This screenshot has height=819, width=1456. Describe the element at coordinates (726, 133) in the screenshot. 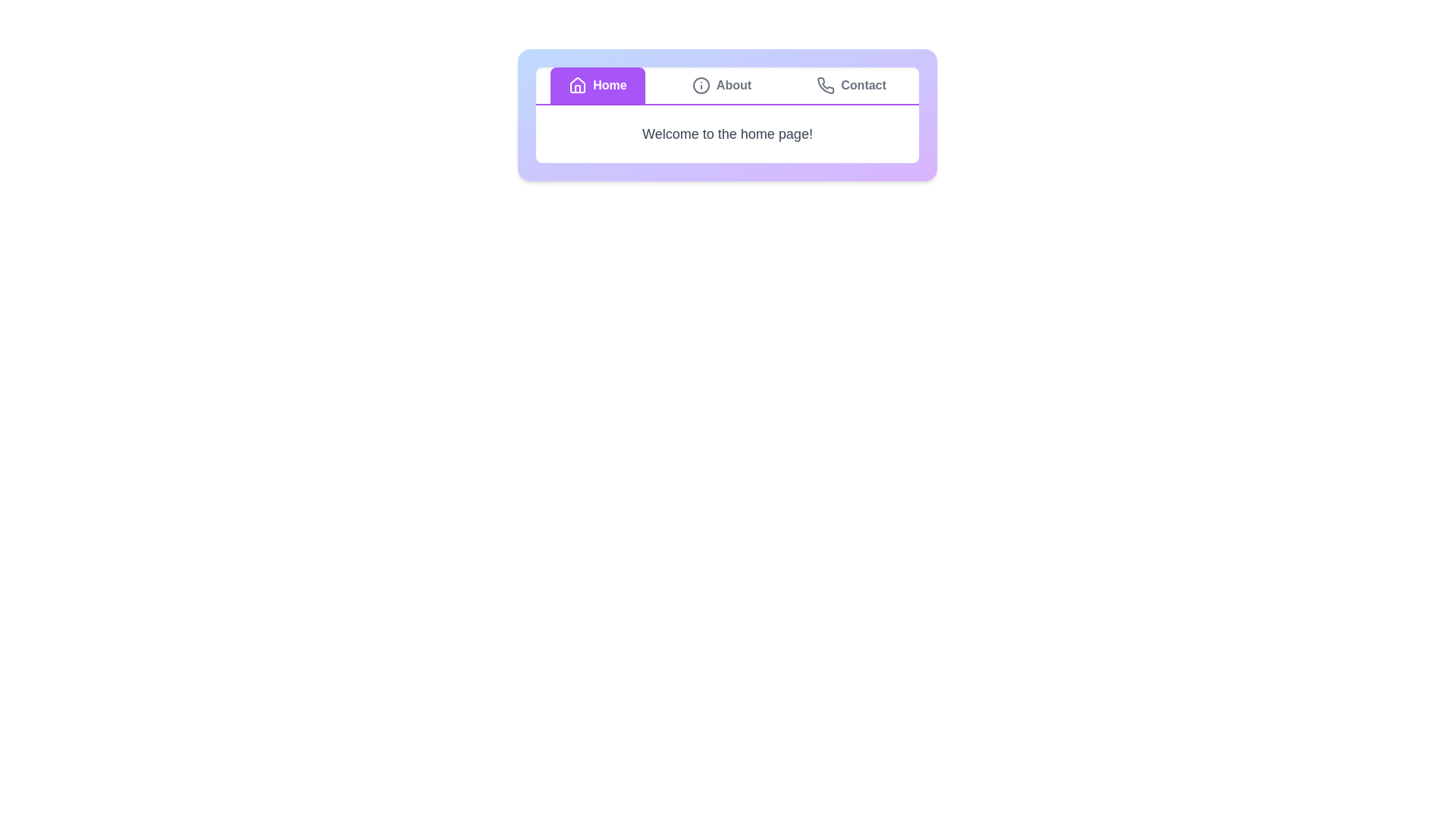

I see `the text within the displayed content area of the active tab` at that location.